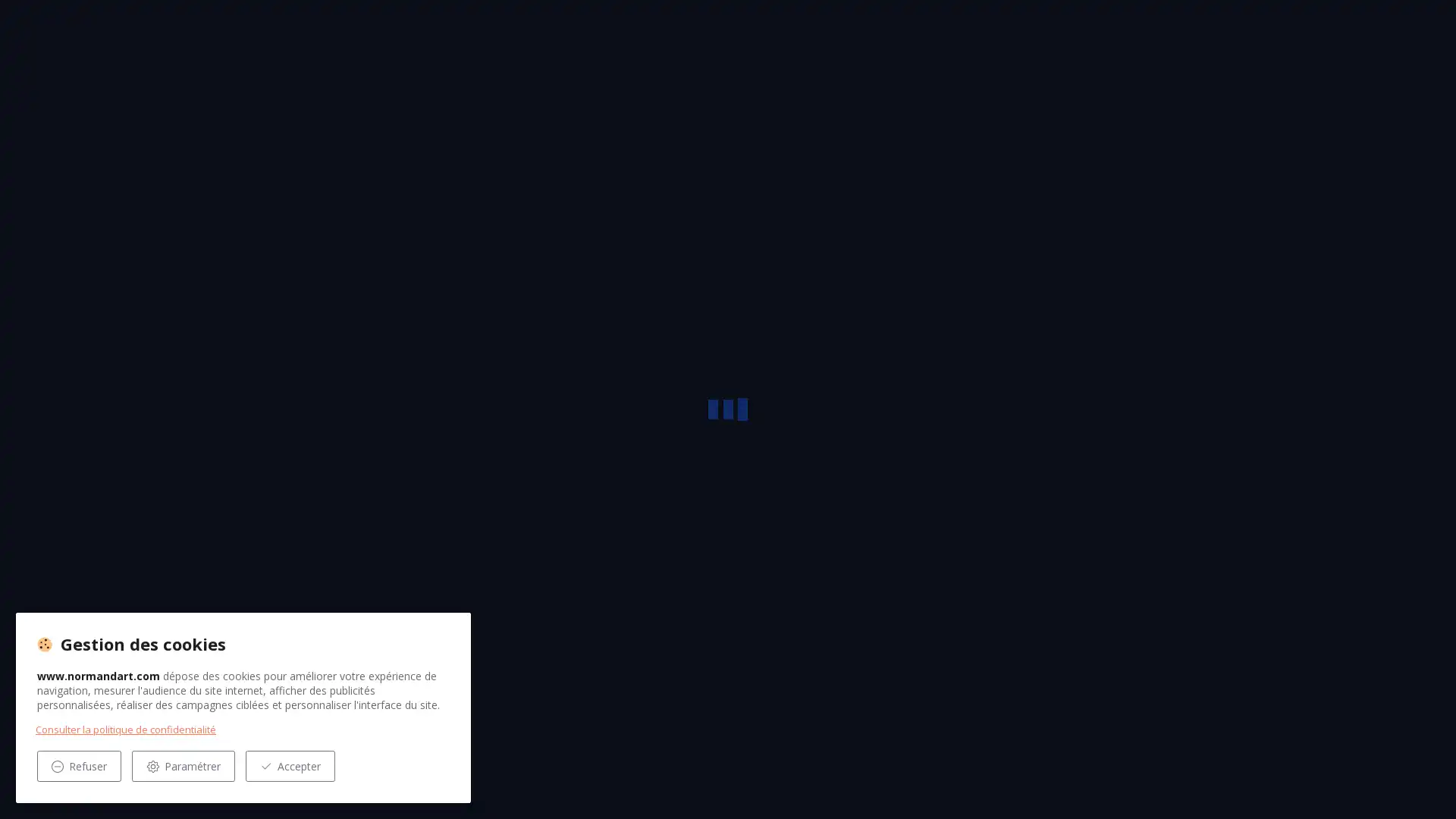 This screenshot has width=1456, height=819. I want to click on Accepter, so click(290, 766).